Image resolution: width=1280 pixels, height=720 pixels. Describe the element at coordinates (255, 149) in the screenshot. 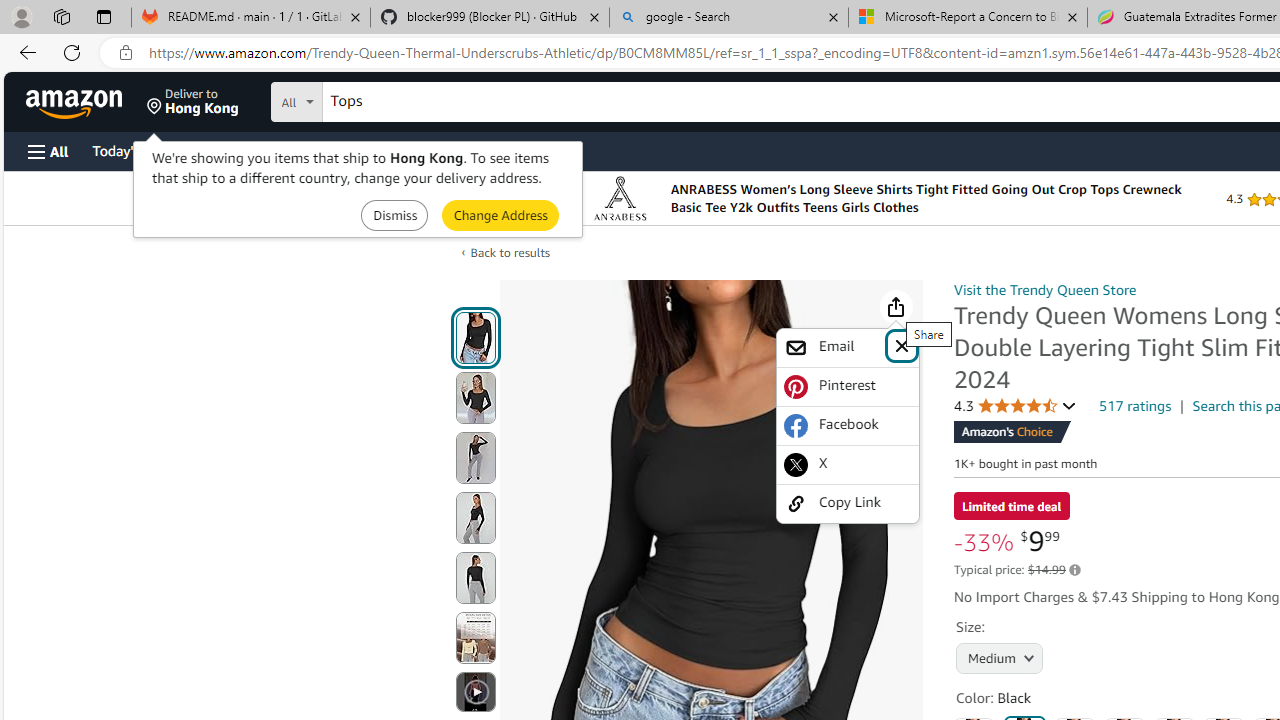

I see `'Customer Service'` at that location.